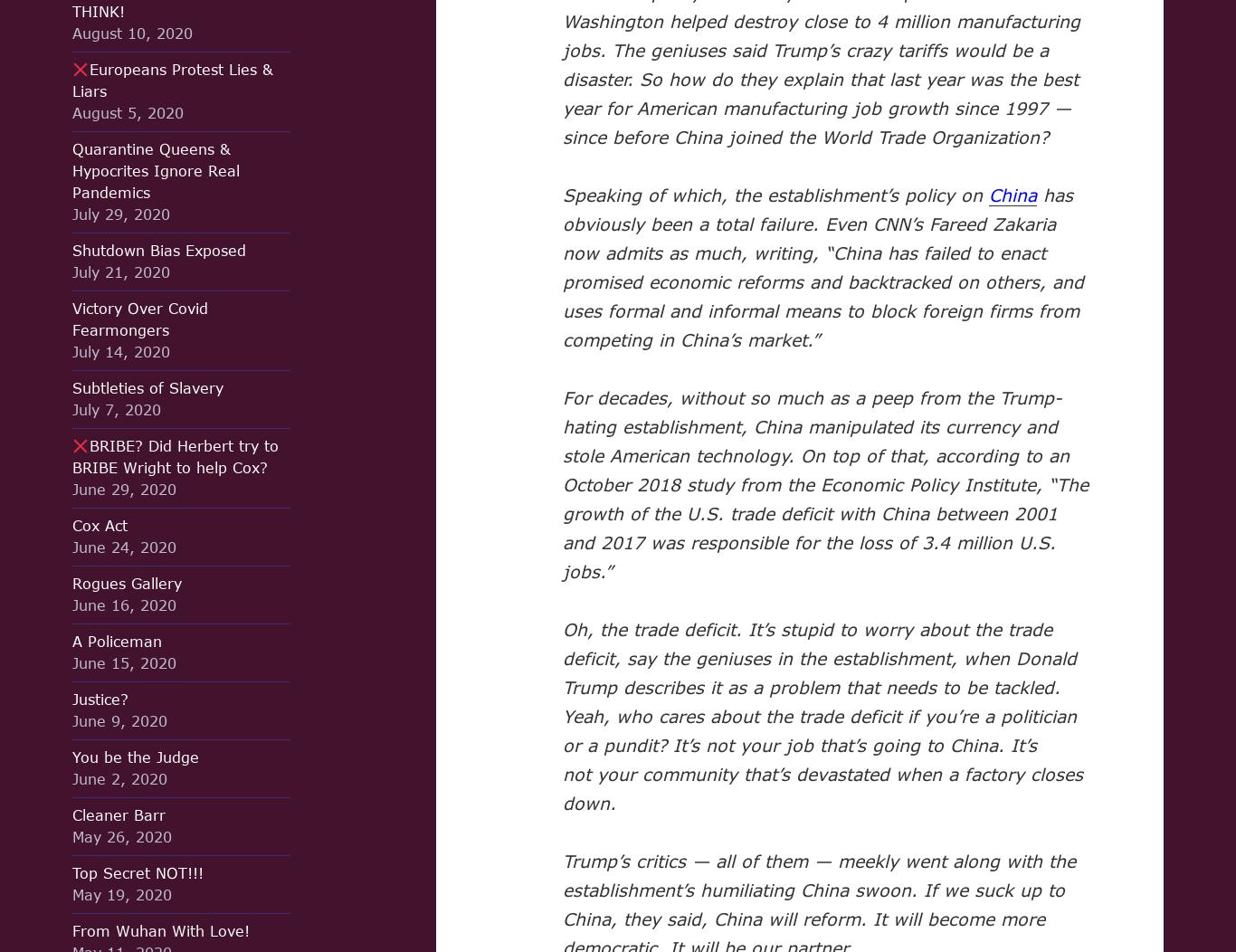 The image size is (1236, 952). I want to click on 'June 16, 2020', so click(72, 604).